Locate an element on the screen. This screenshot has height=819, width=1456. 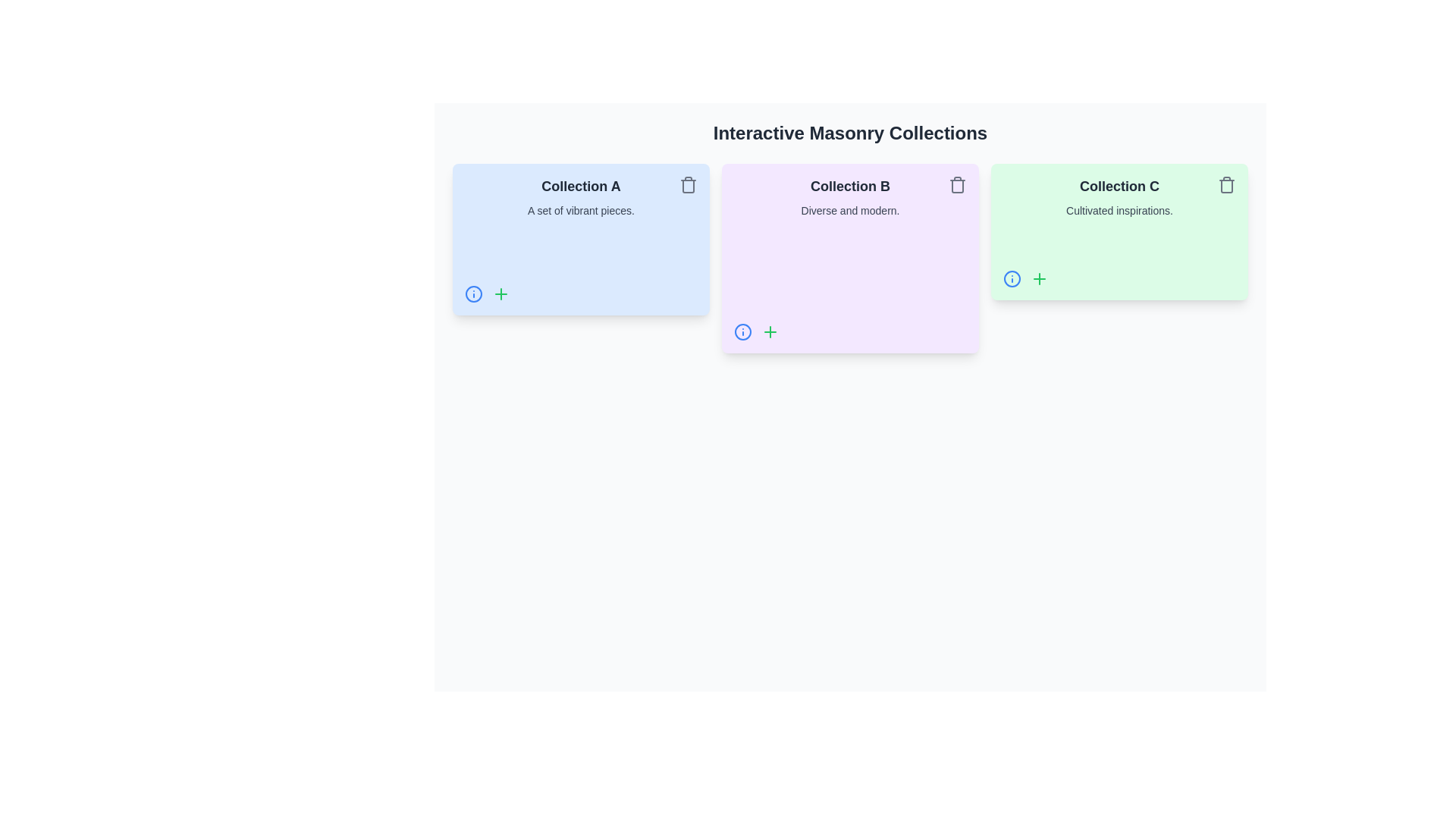
the interactive button located in the bottom-left corner of the 'Collection C' card is located at coordinates (1012, 278).